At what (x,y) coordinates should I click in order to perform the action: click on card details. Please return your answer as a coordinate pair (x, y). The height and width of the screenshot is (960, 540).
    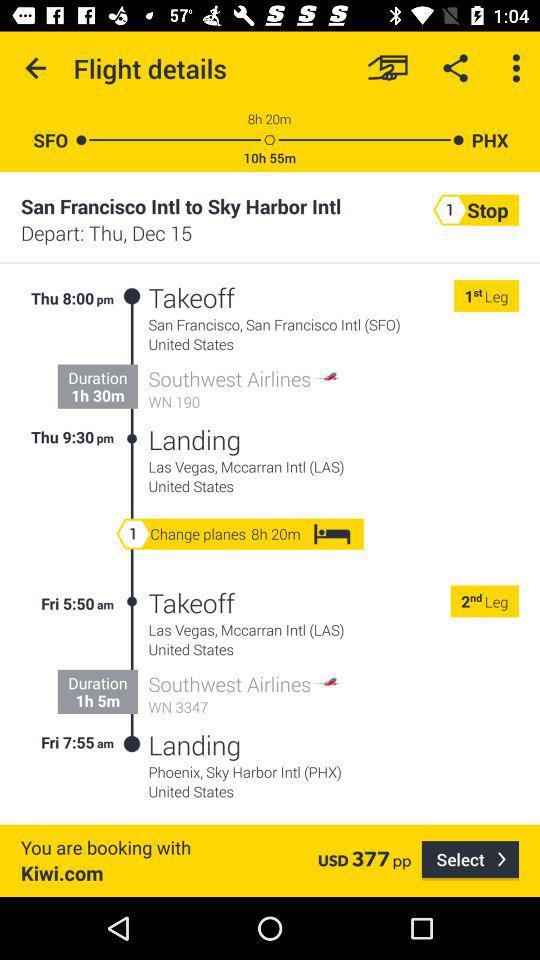
    Looking at the image, I should click on (387, 68).